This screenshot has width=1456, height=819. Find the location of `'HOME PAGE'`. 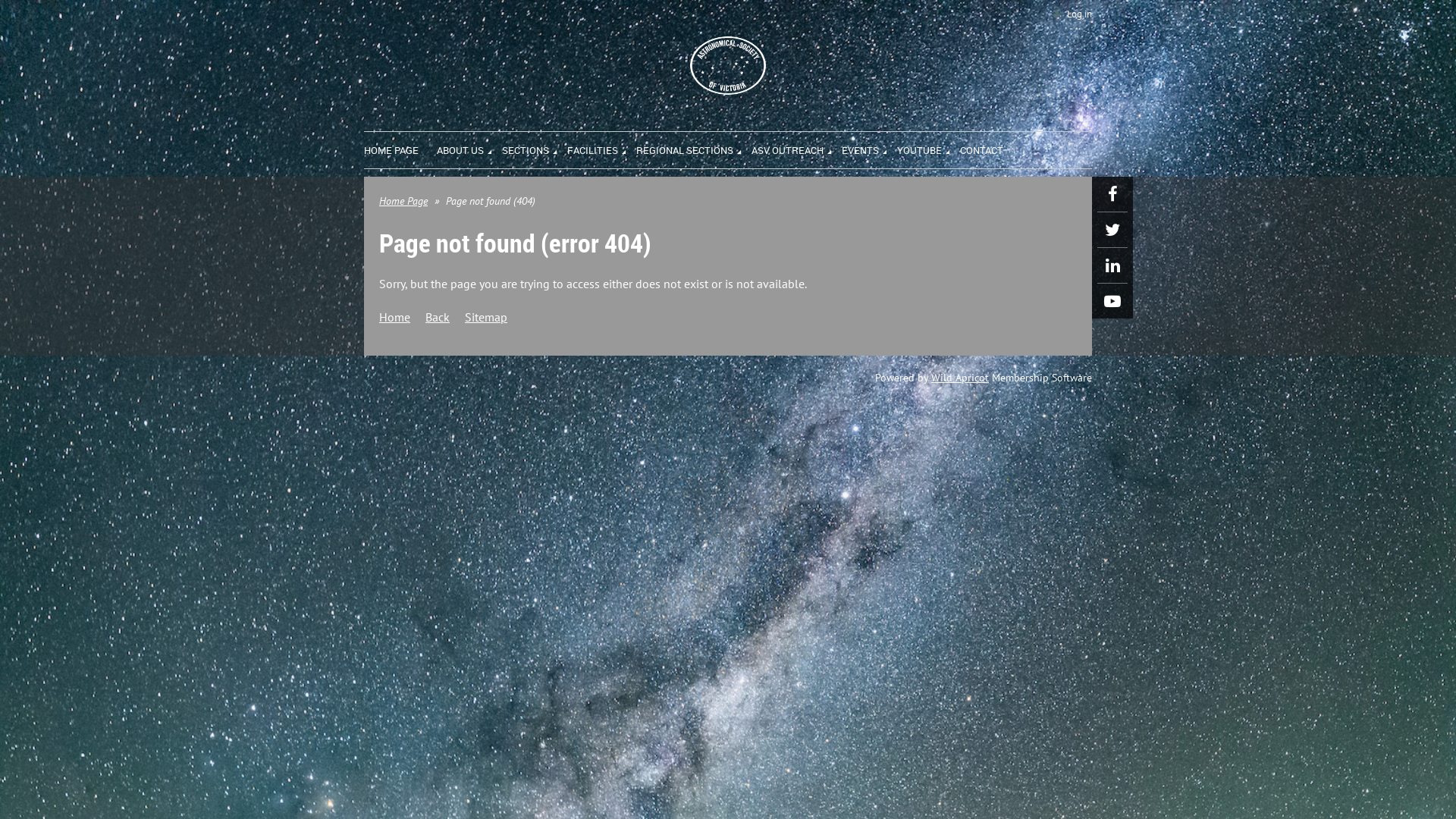

'HOME PAGE' is located at coordinates (400, 148).